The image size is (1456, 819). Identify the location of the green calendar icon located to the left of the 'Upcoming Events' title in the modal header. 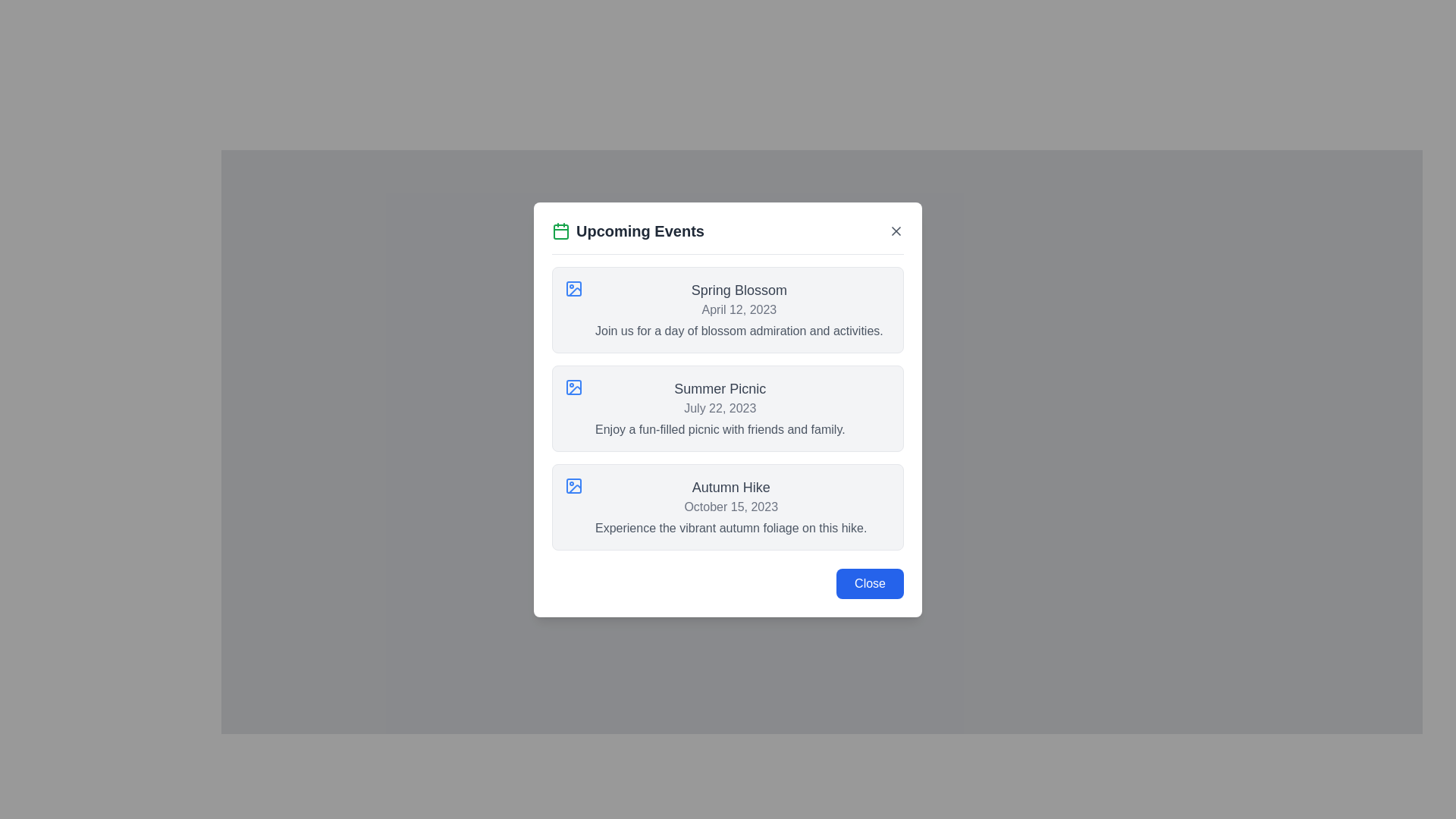
(560, 231).